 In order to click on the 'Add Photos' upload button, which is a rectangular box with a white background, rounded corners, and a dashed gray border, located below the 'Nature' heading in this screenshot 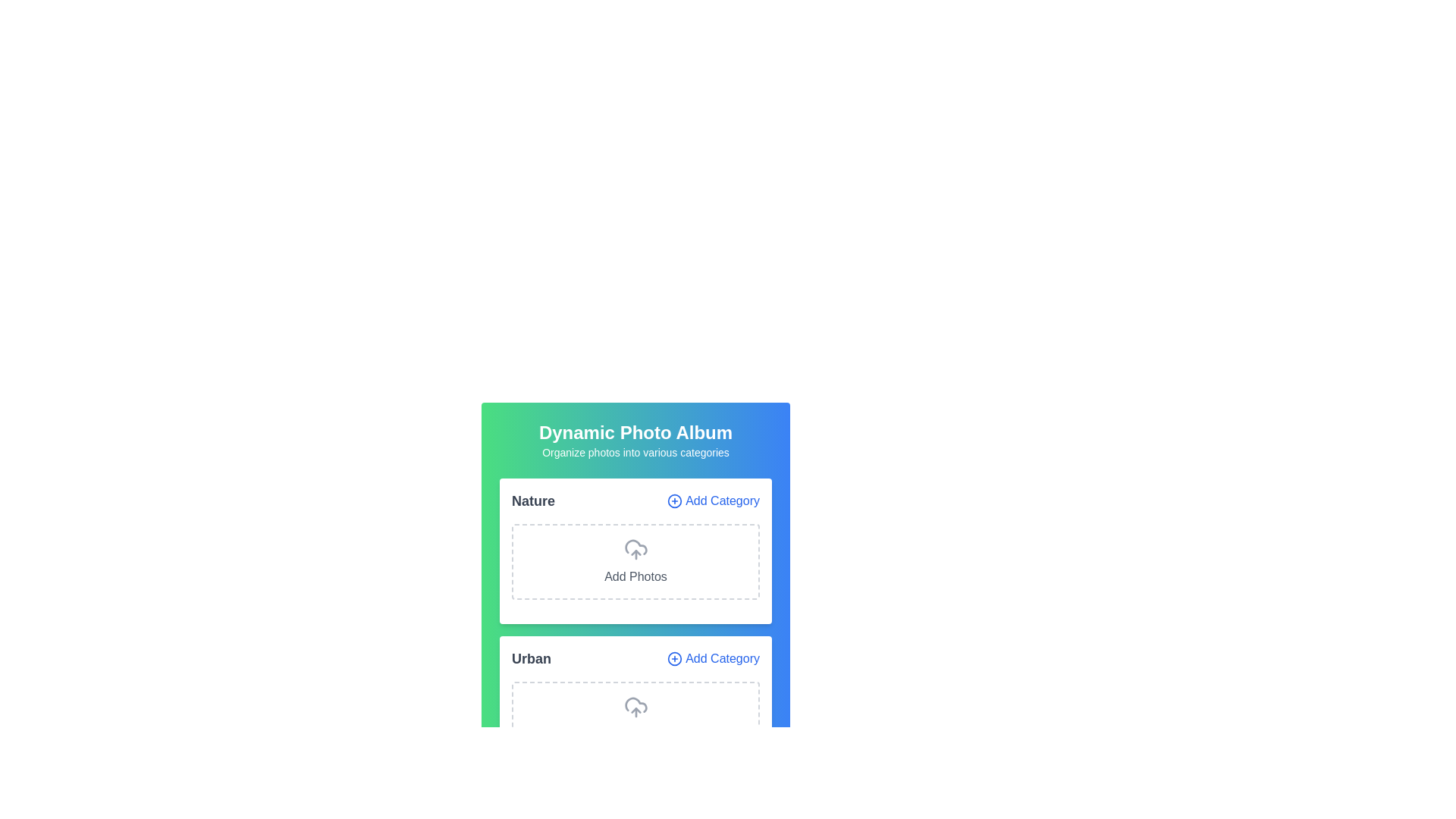, I will do `click(635, 555)`.